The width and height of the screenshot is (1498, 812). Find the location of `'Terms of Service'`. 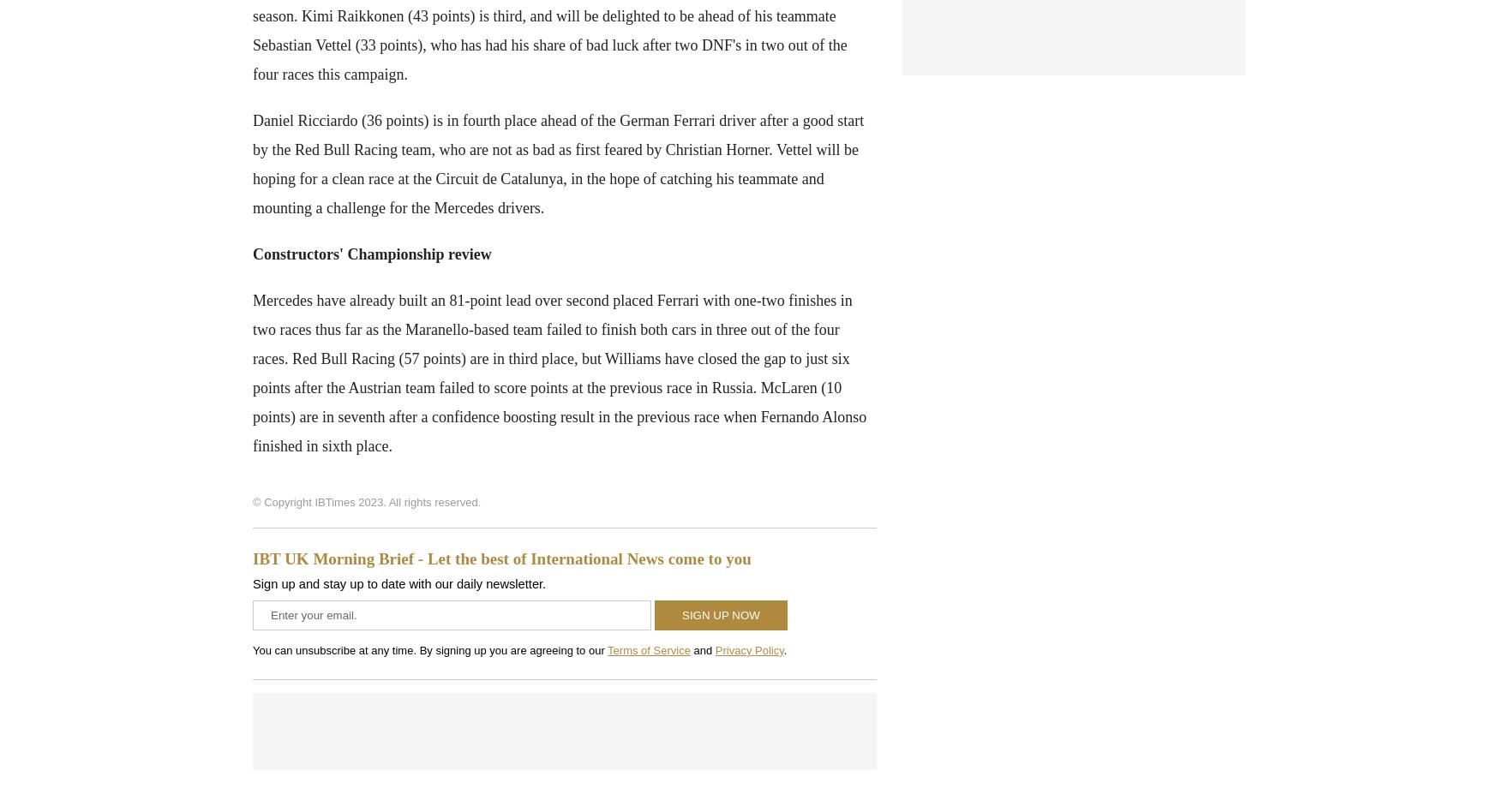

'Terms of Service' is located at coordinates (607, 649).